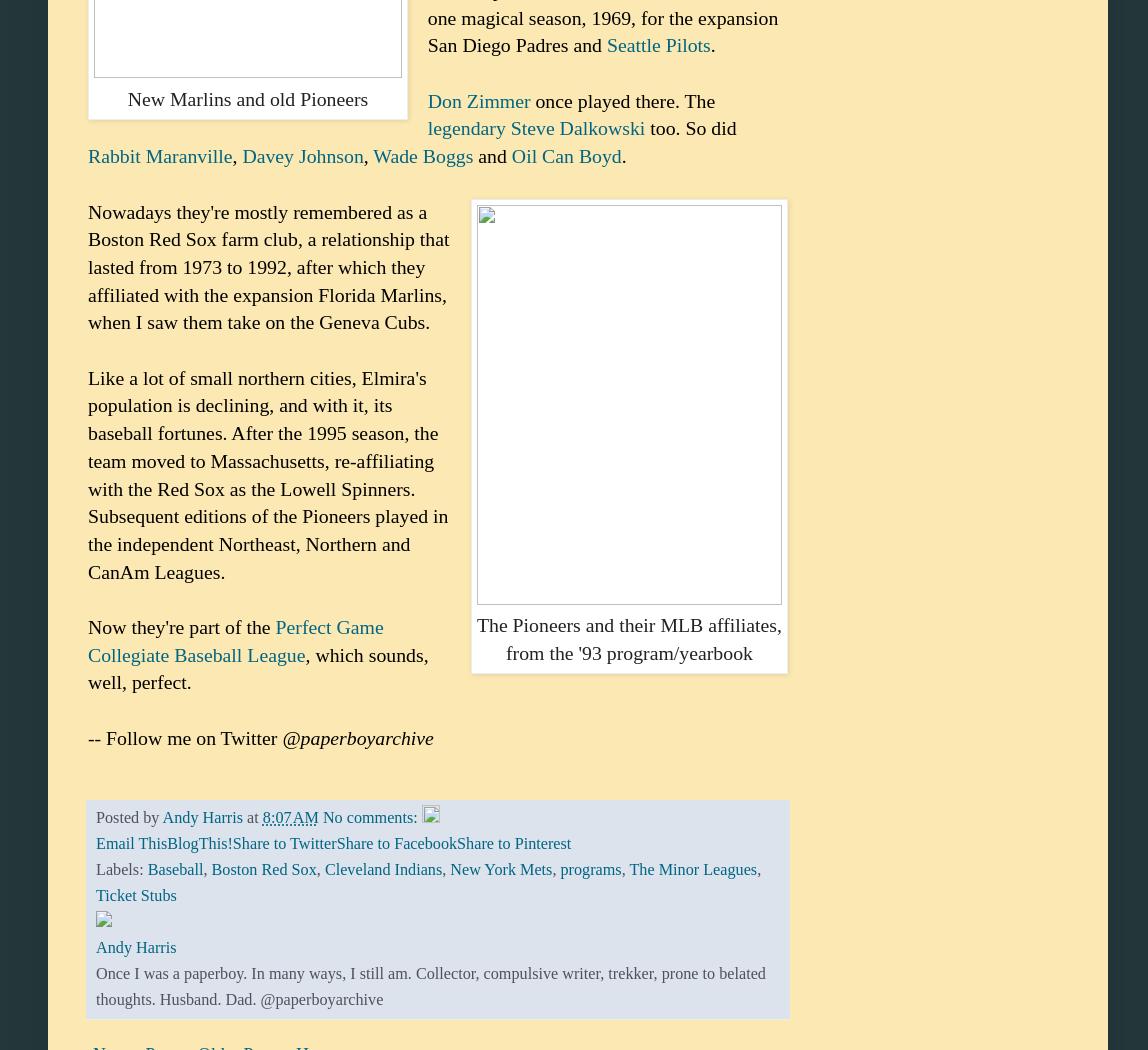 The image size is (1148, 1050). I want to click on 'once played there. The', so click(622, 99).